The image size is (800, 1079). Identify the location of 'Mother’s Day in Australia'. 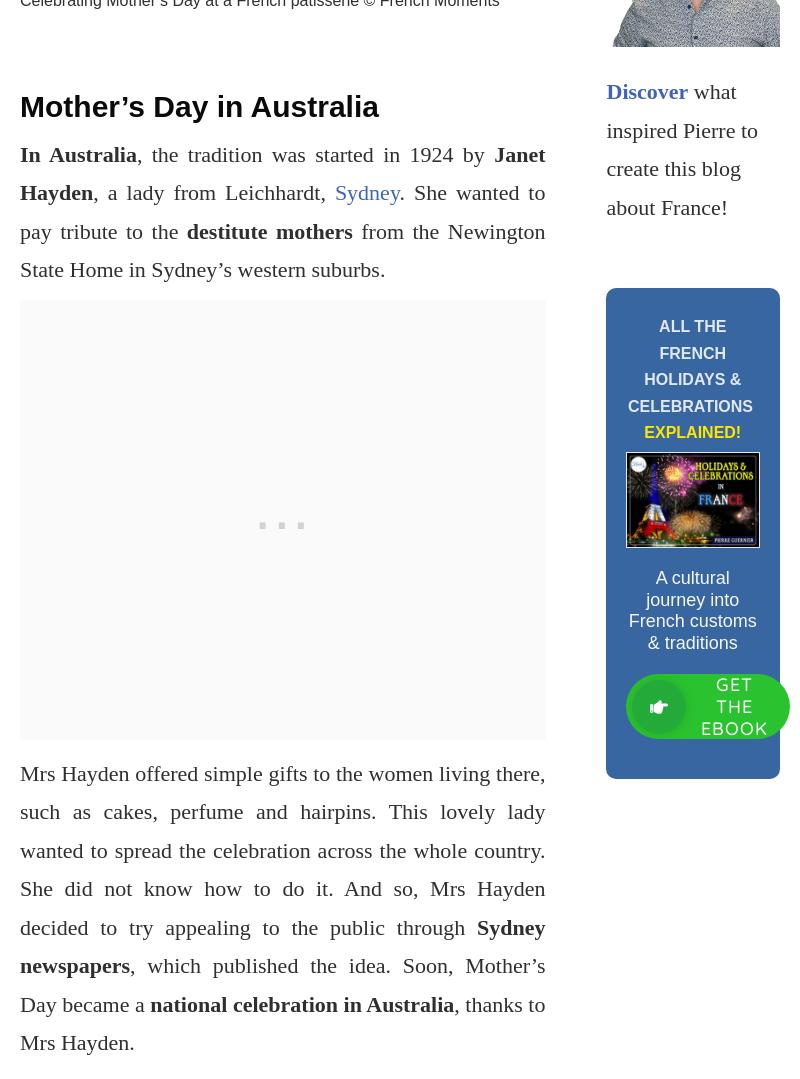
(197, 105).